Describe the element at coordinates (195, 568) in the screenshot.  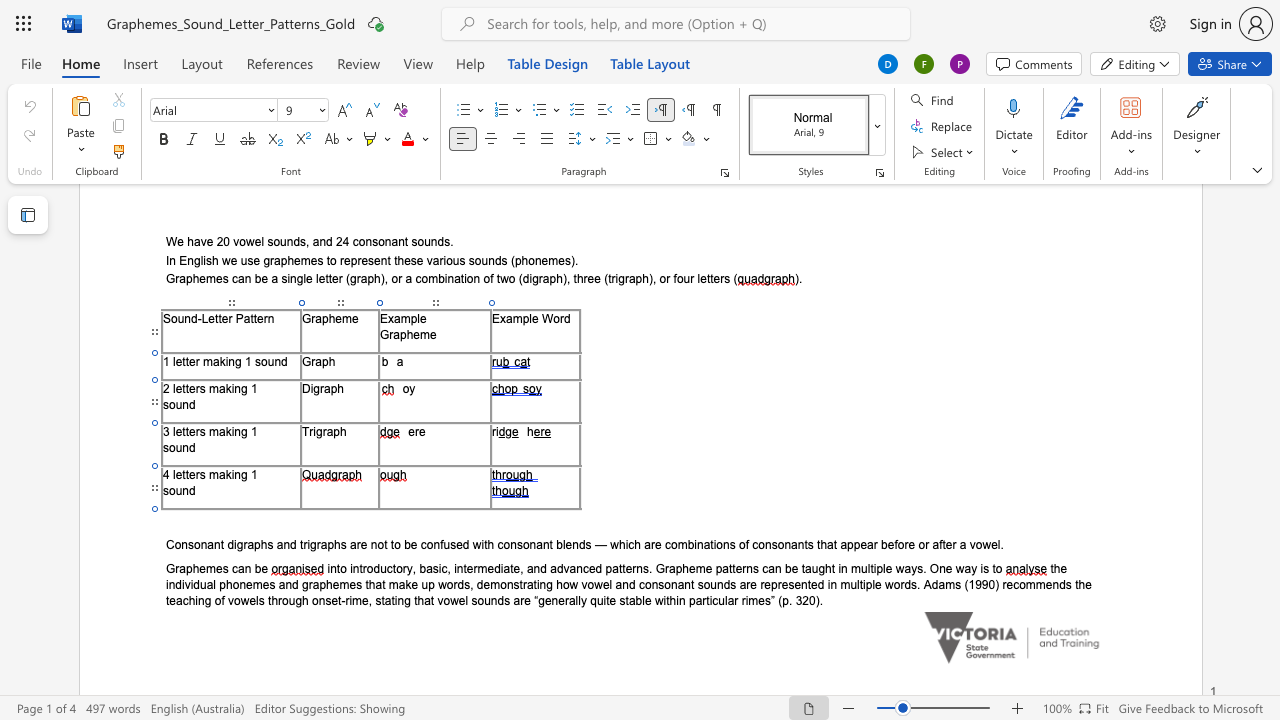
I see `the 1th character "h" in the text` at that location.